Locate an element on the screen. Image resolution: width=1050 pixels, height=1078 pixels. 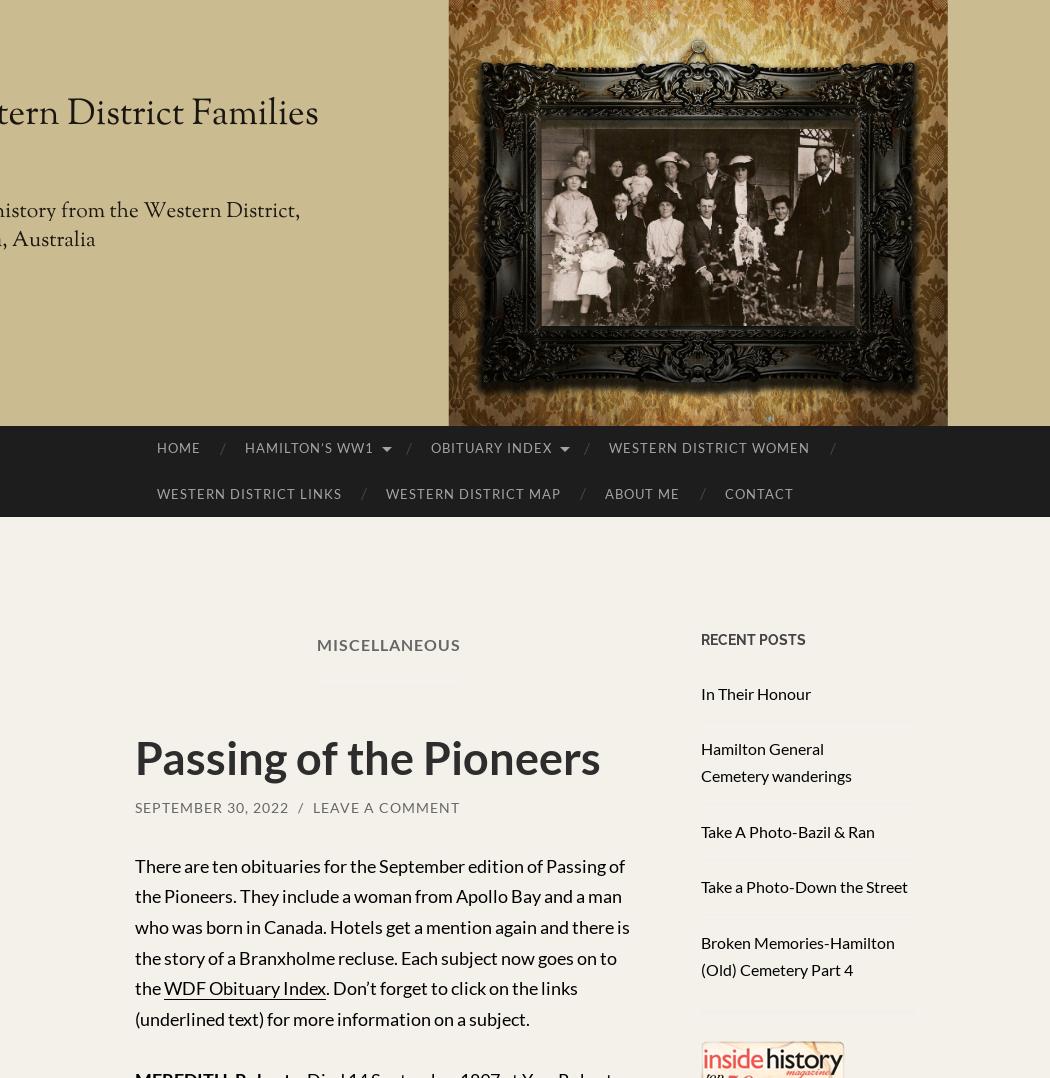
'There are ten obituaries for the September edition of Passing of the Pioneers. They include a woman from Apollo Bay and a man who was born in Canada. Hotels get a mention again and there is the story of a Branxholme recluse. Each subject now goes on to the' is located at coordinates (382, 925).